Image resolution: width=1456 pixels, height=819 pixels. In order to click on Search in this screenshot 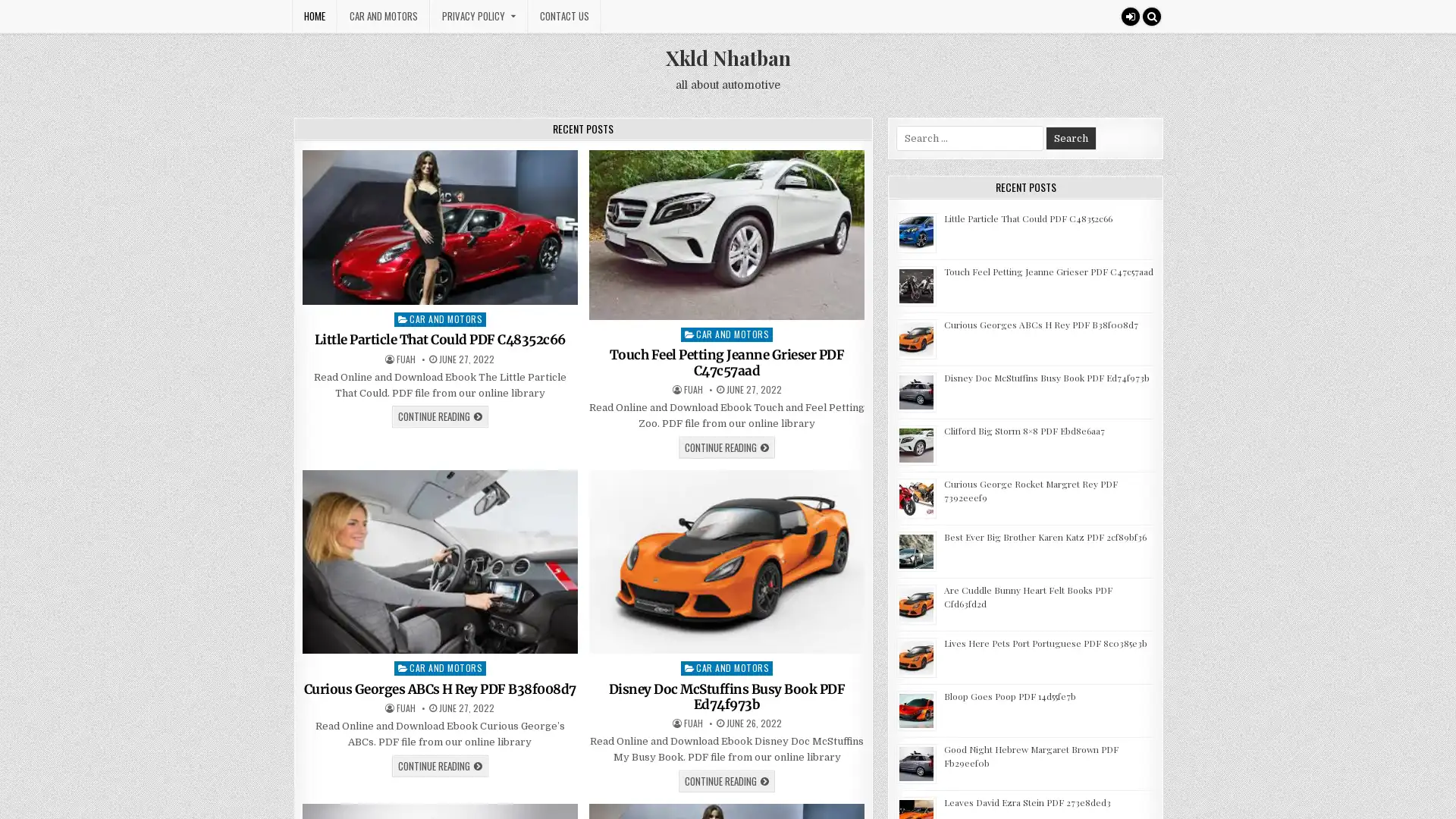, I will do `click(1070, 138)`.